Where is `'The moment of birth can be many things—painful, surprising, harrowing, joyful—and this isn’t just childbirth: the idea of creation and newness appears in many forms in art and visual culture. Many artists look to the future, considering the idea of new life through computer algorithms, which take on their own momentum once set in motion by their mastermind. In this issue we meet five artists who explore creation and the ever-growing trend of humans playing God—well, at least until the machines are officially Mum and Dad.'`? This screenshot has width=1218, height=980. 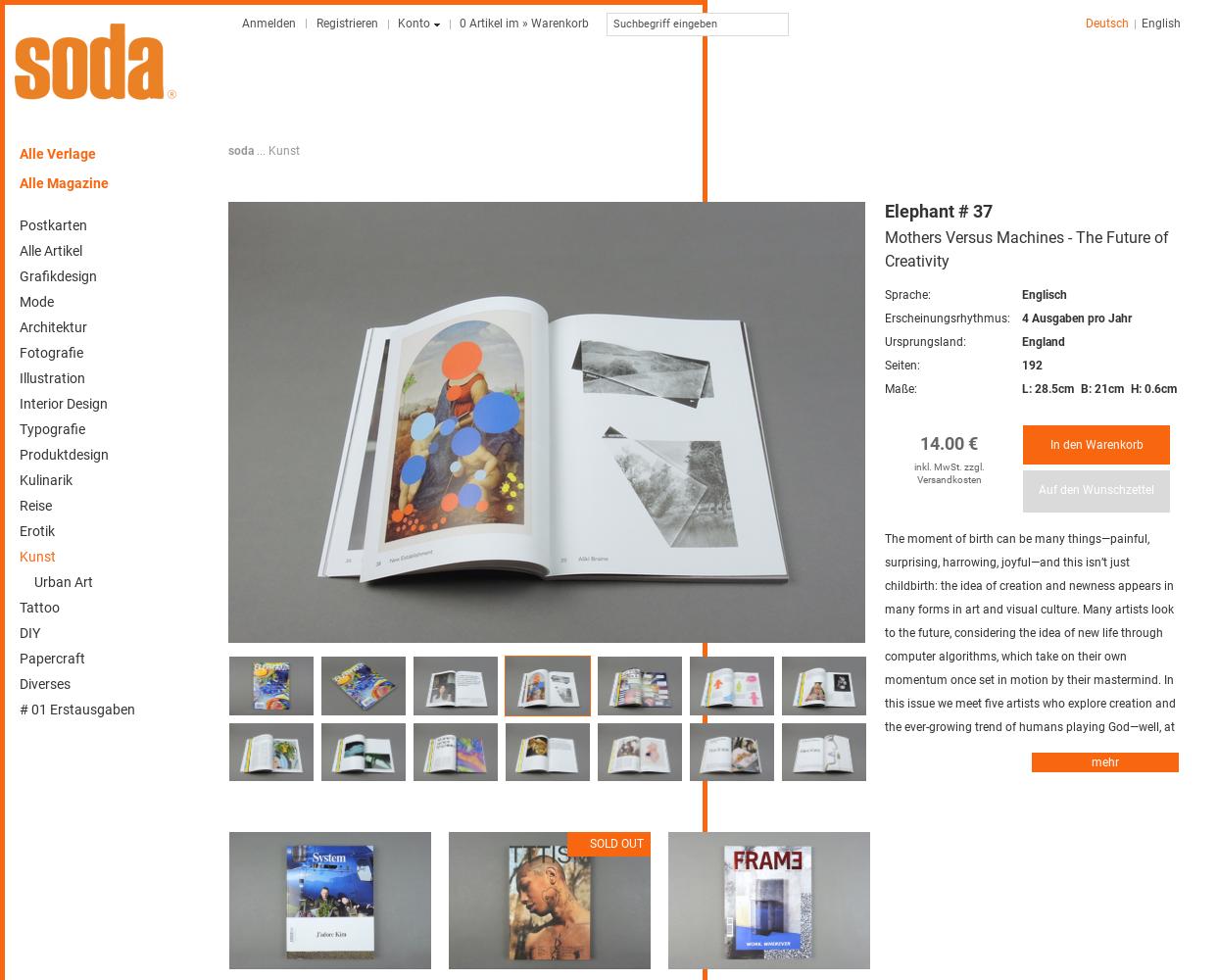
'The moment of birth can be many things—painful, surprising, harrowing, joyful—and this isn’t just childbirth: the idea of creation and newness appears in many forms in art and visual culture. Many artists look to the future, considering the idea of new life through computer algorithms, which take on their own momentum once set in motion by their mastermind. In this issue we meet five artists who explore creation and the ever-growing trend of humans playing God—well, at least until the machines are officially Mum and Dad.' is located at coordinates (885, 645).